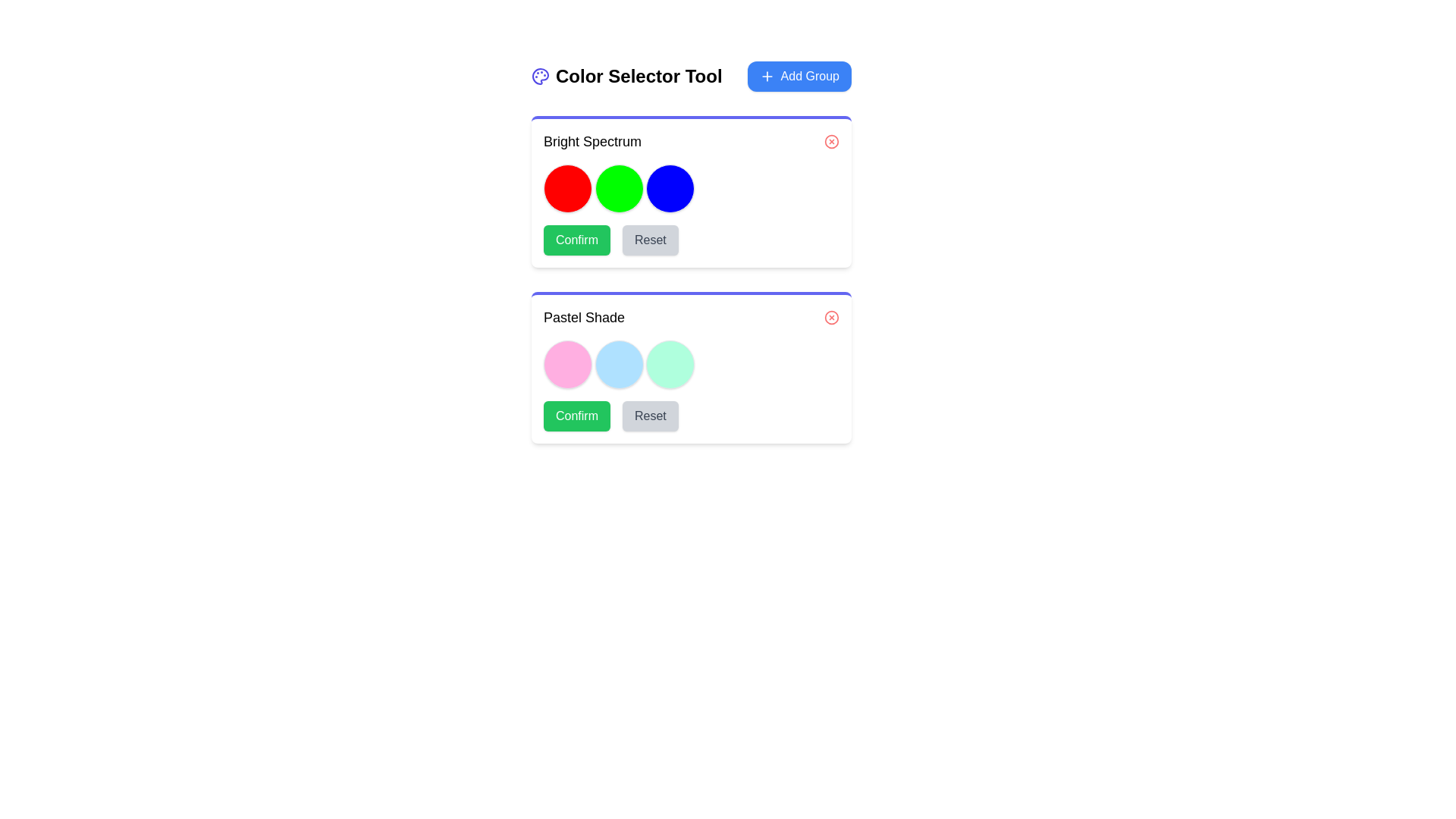  What do you see at coordinates (691, 365) in the screenshot?
I see `the horizontal grid containing three pastel-colored circular elements in the 'Pastel Shade' section` at bounding box center [691, 365].